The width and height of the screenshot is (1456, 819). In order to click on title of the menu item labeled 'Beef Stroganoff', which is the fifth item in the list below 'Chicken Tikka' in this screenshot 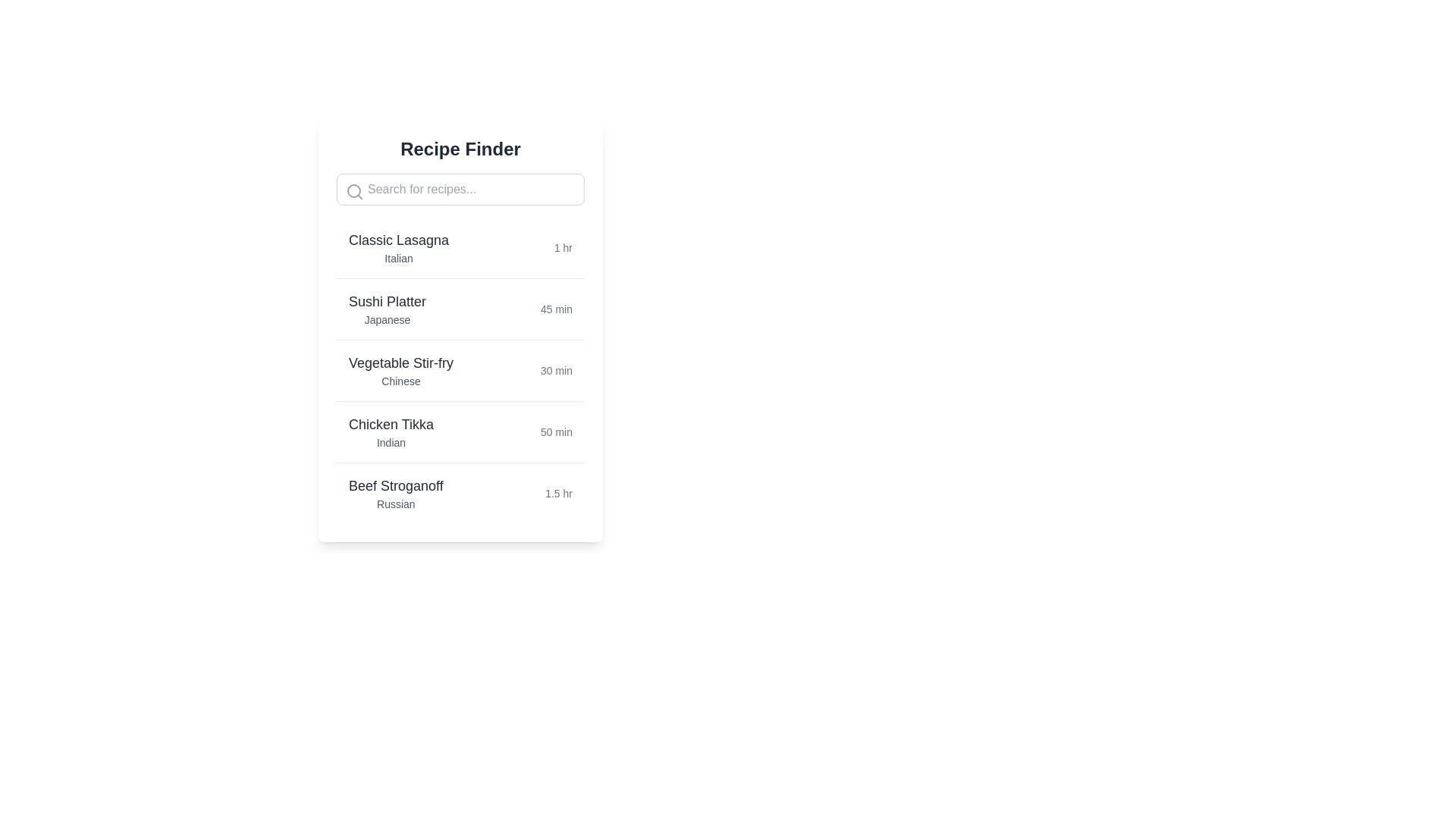, I will do `click(396, 494)`.